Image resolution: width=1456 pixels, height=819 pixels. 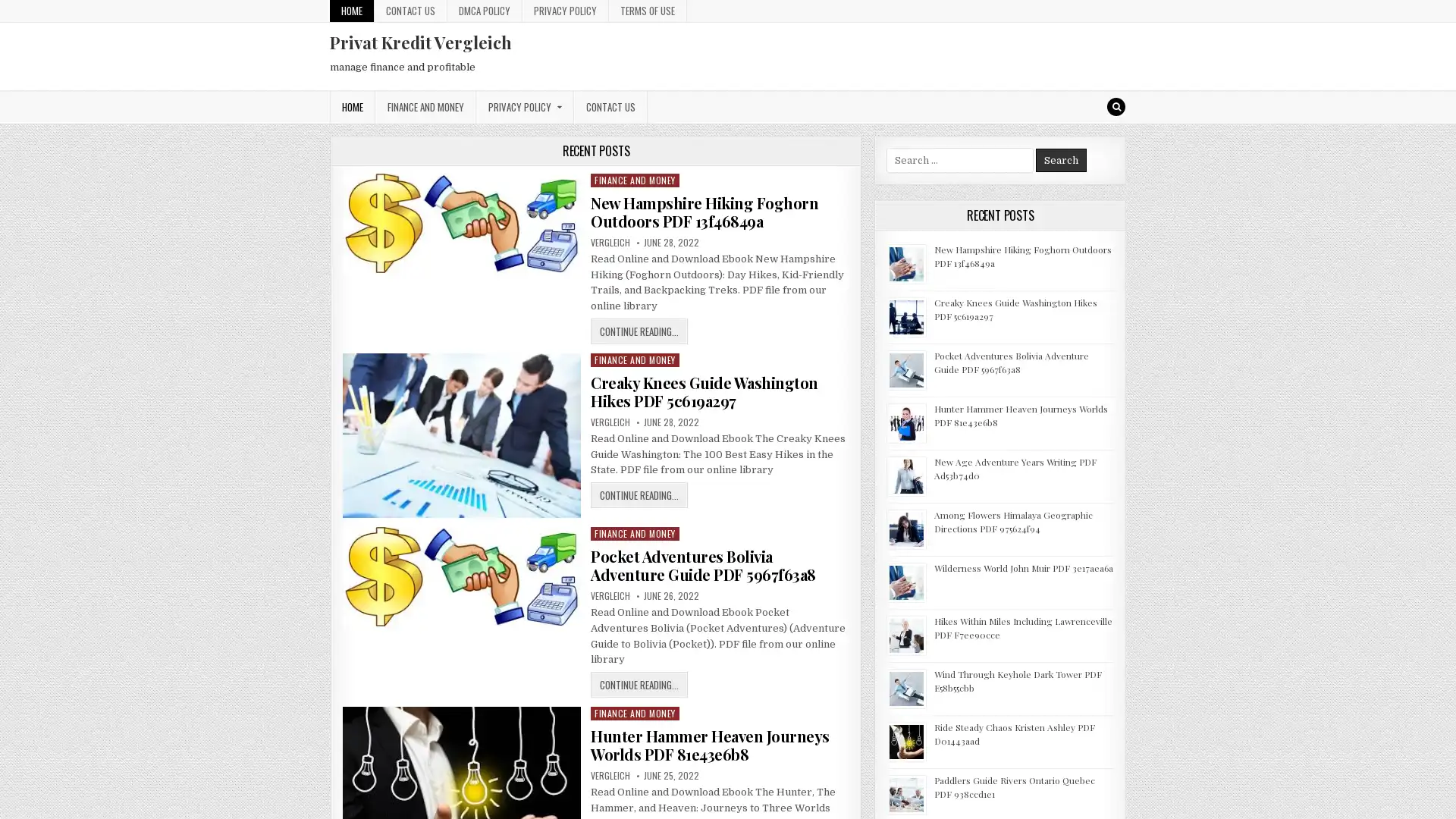 I want to click on Search, so click(x=1060, y=160).